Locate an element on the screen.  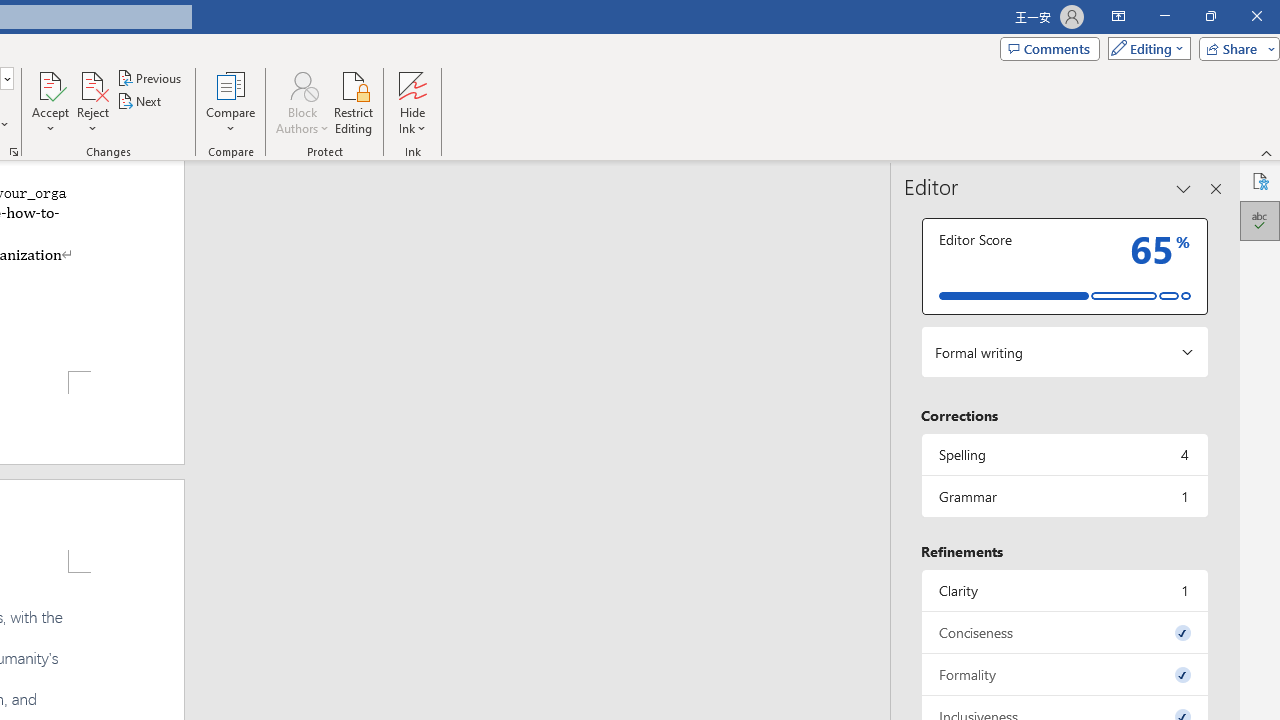
'Previous' is located at coordinates (150, 77).